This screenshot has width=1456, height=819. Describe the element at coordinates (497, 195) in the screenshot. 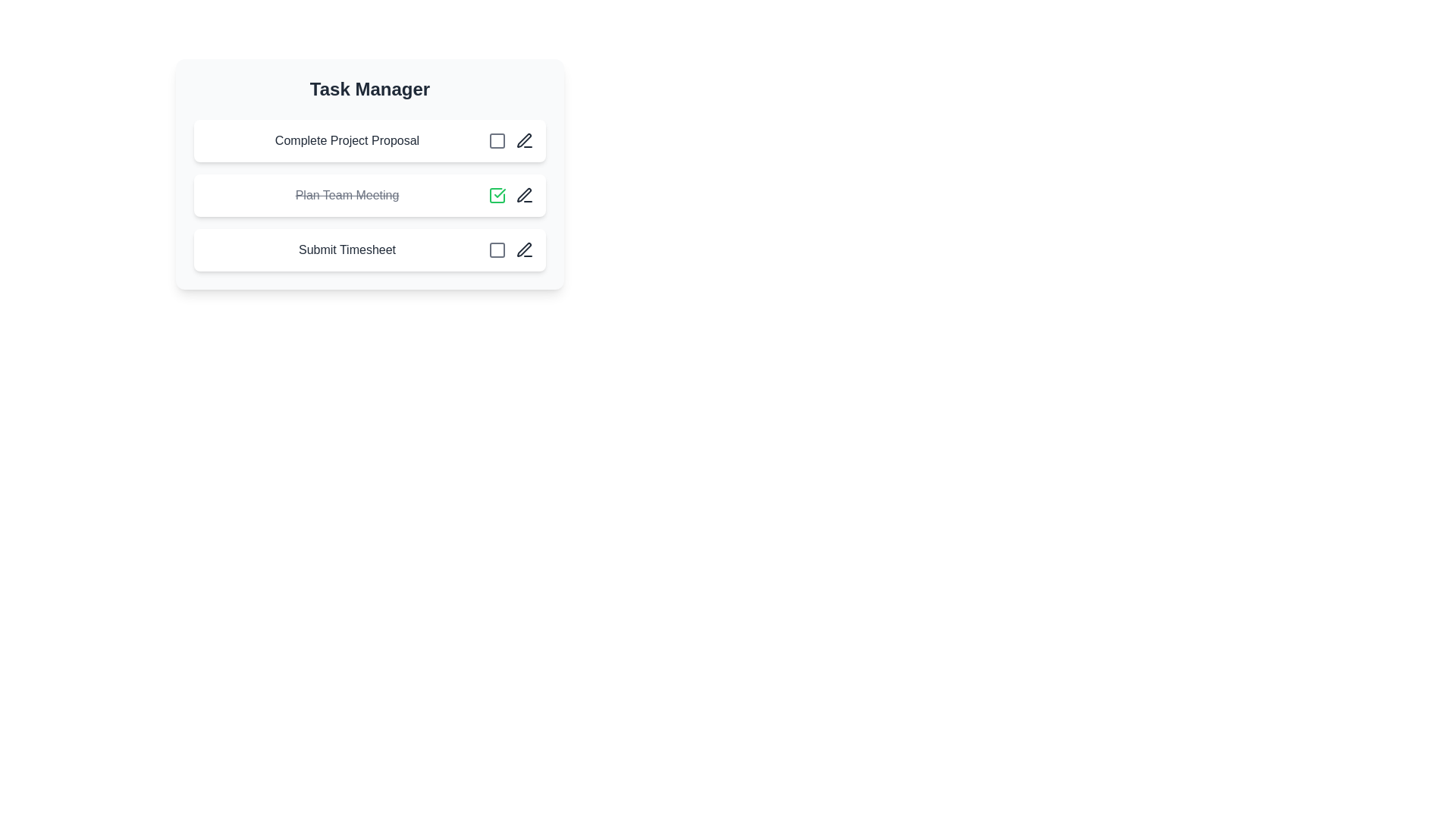

I see `the green checkmark symbol inside the square representing task completion for 'Plan Team Meeting'` at that location.